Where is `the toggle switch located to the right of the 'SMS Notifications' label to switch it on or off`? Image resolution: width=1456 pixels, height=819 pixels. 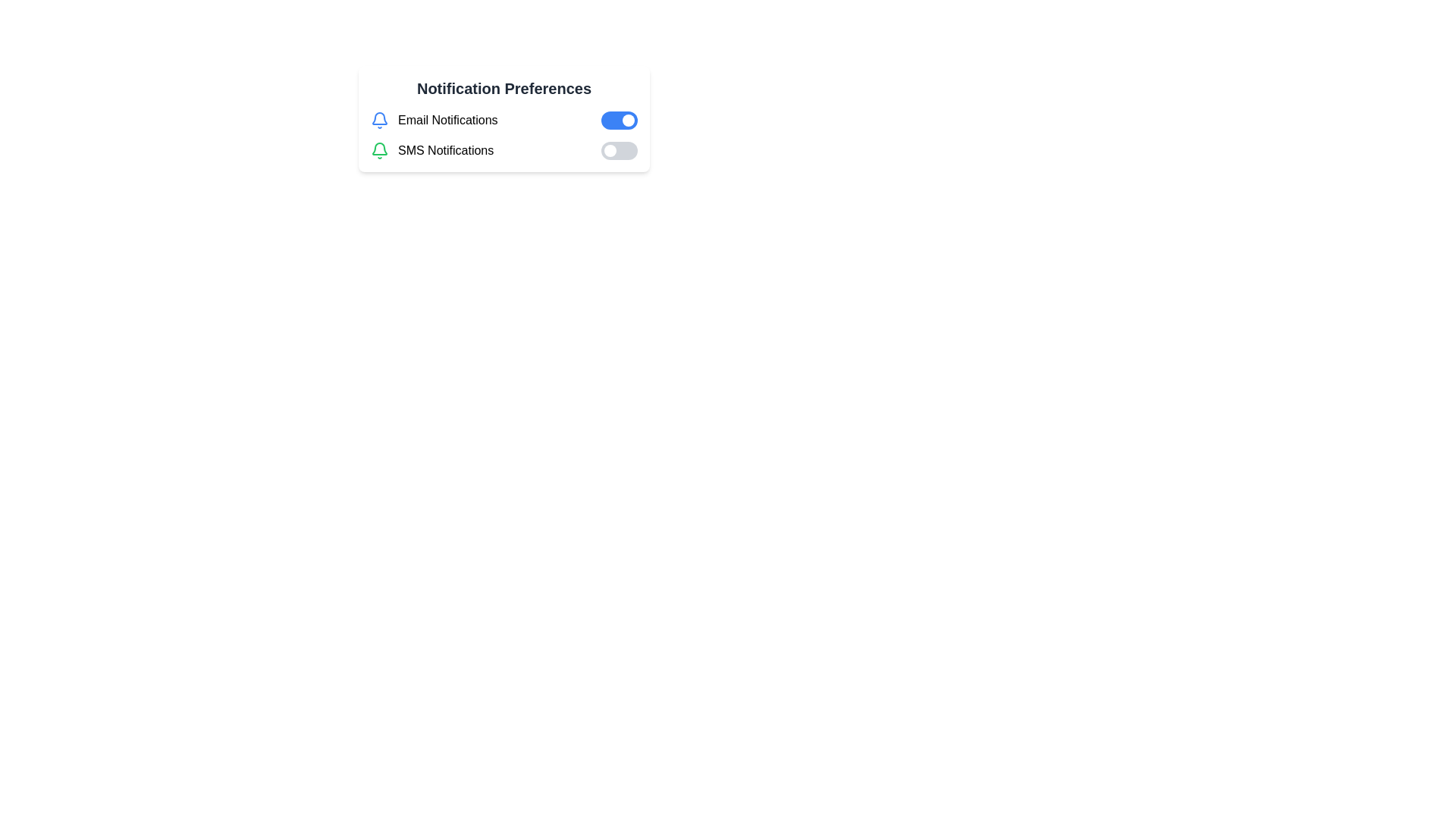
the toggle switch located to the right of the 'SMS Notifications' label to switch it on or off is located at coordinates (619, 151).